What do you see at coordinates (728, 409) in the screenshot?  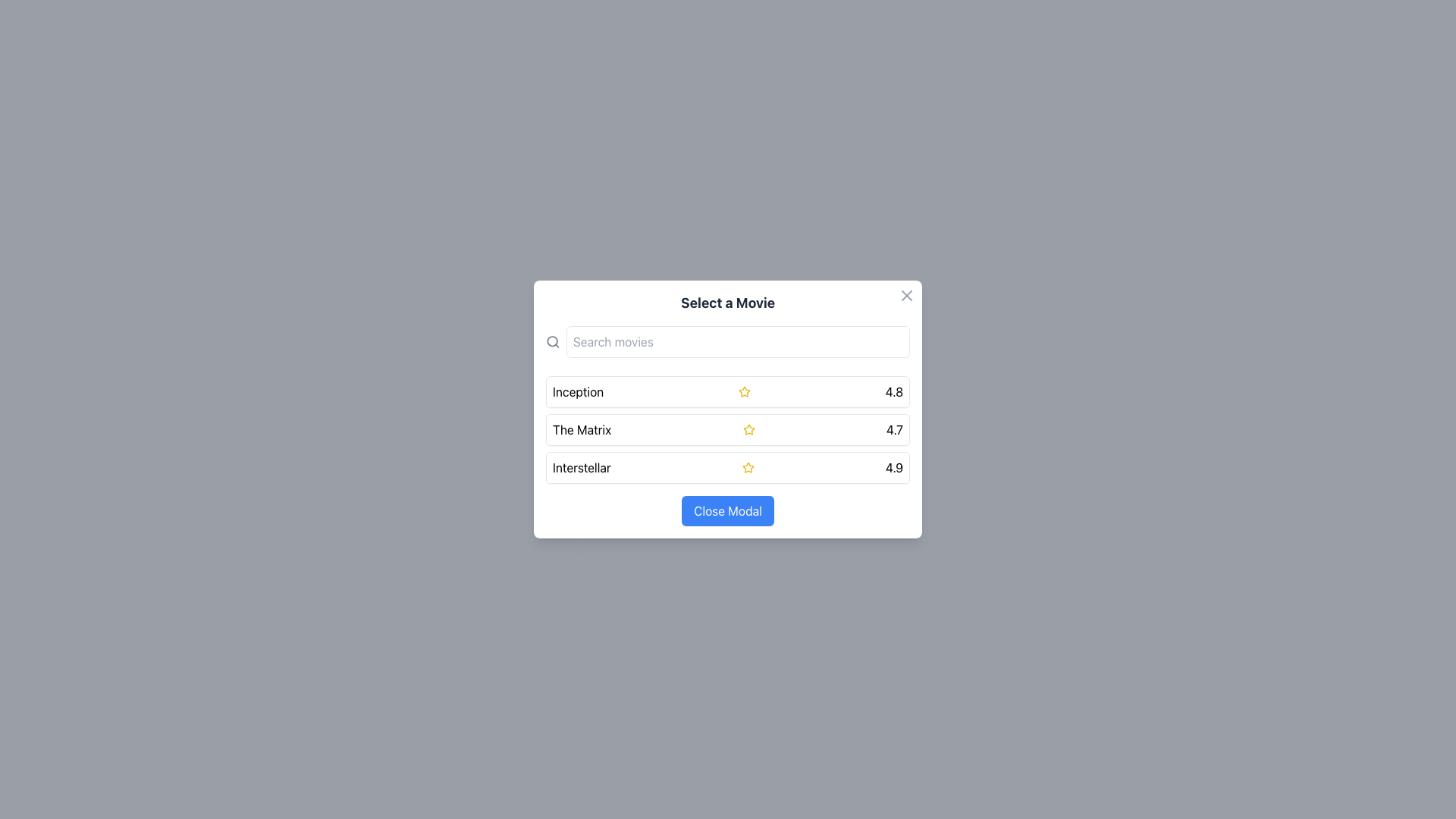 I see `within the movie list of the modal dialog box titled 'Select a Movie'` at bounding box center [728, 409].